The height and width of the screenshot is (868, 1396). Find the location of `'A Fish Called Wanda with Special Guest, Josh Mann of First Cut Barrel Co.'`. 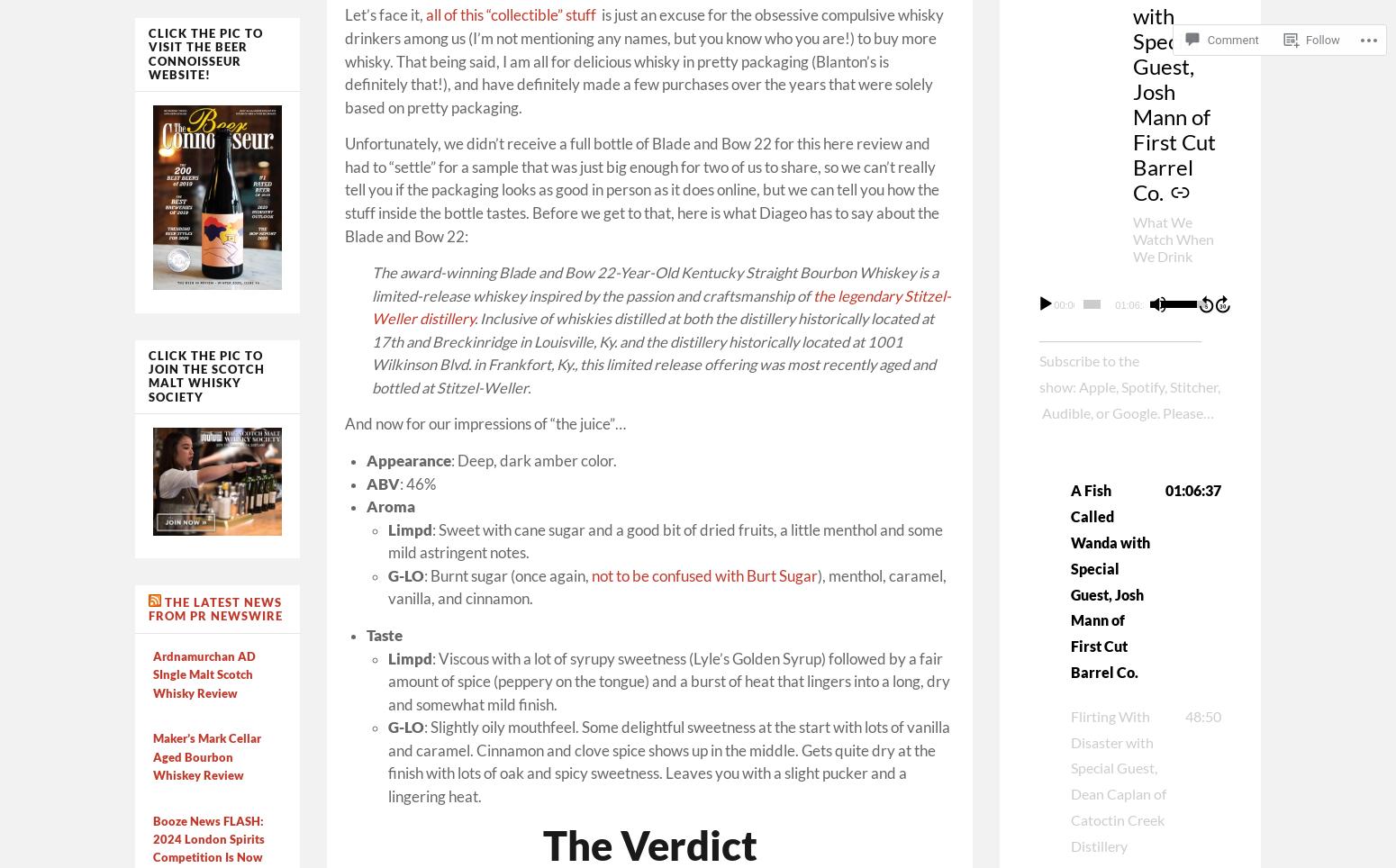

'A Fish Called Wanda with Special Guest, Josh Mann of First Cut Barrel Co.' is located at coordinates (1070, 580).